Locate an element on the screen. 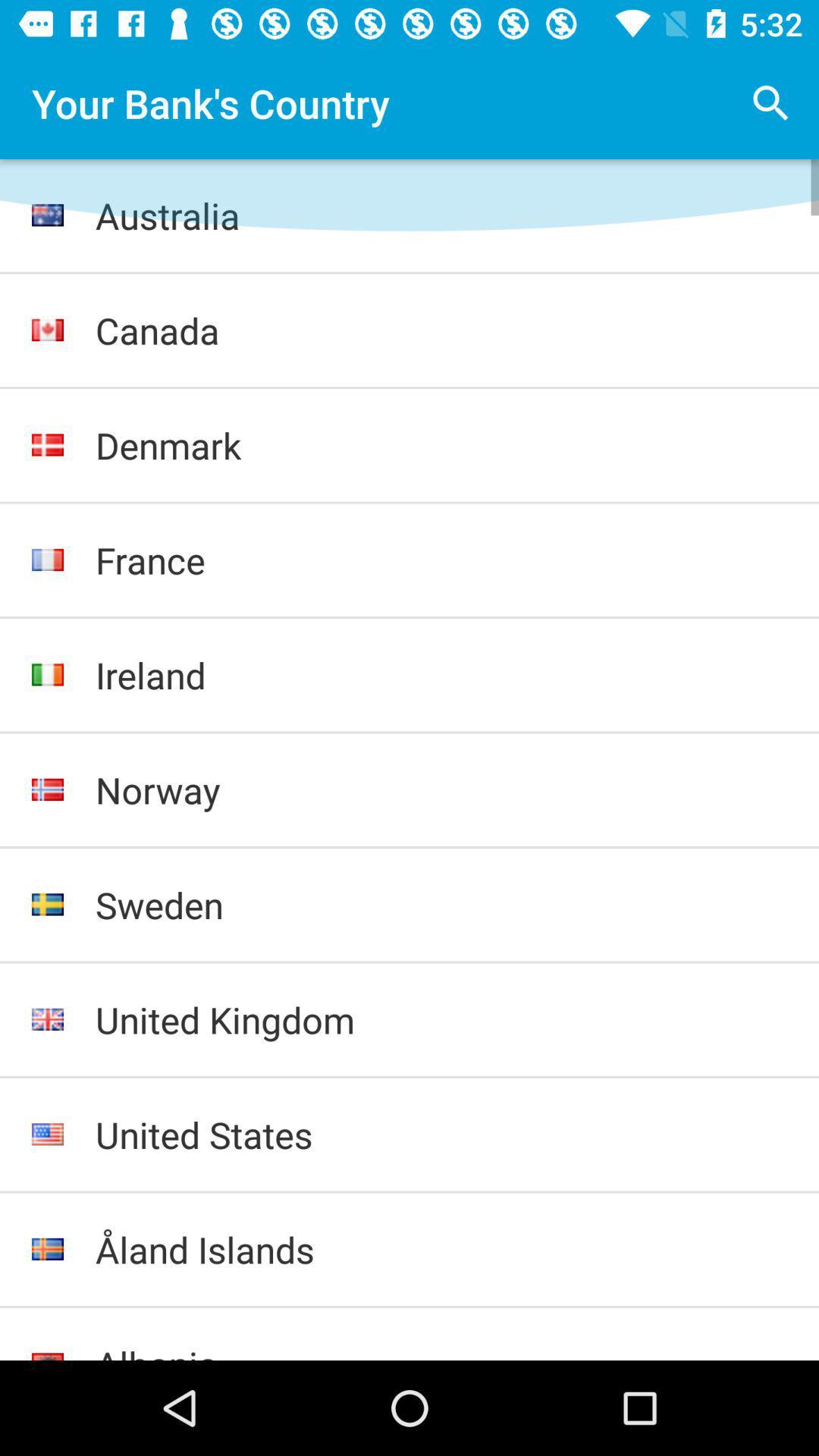 Image resolution: width=819 pixels, height=1456 pixels. united states is located at coordinates (441, 1134).